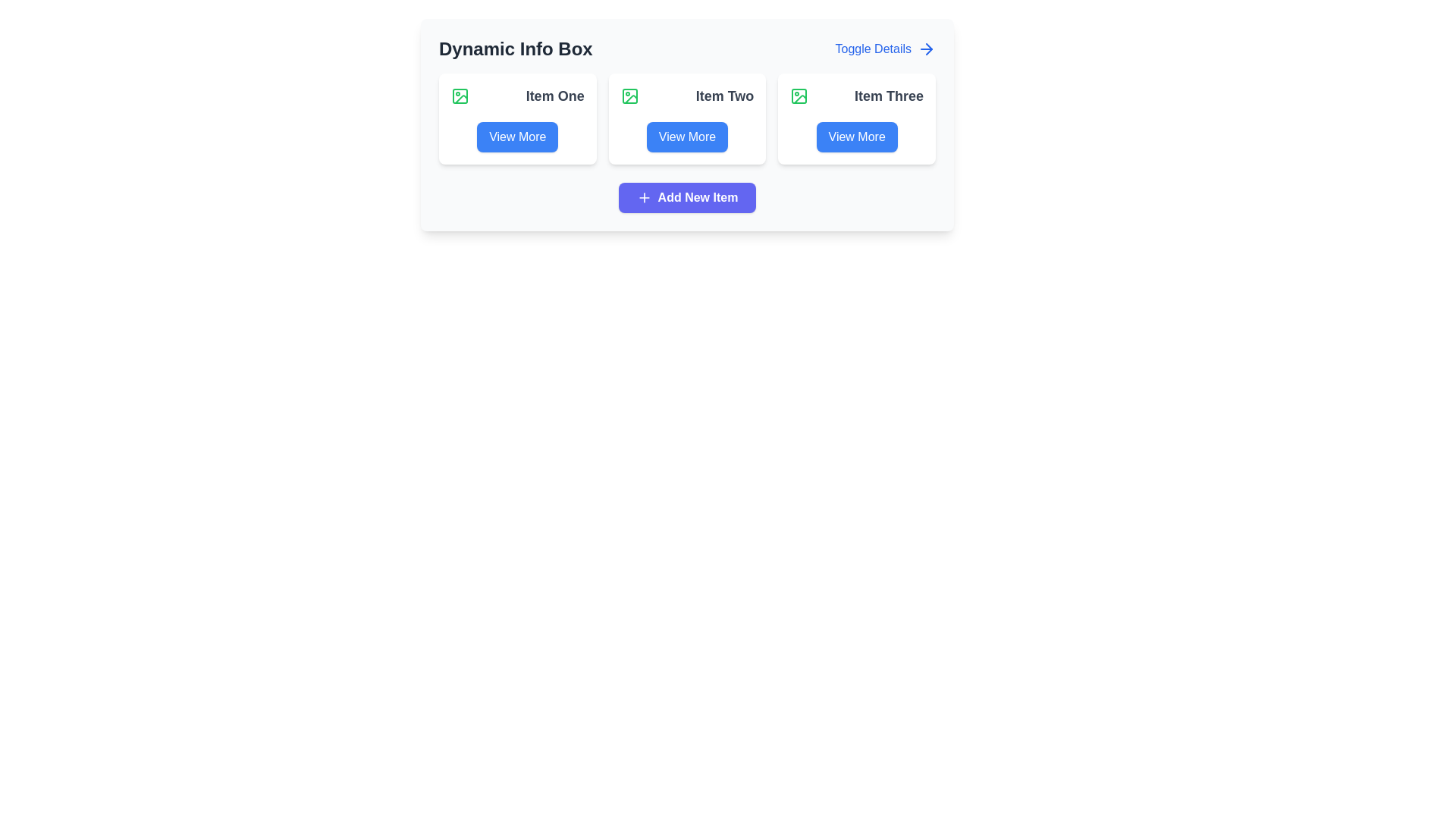 The width and height of the screenshot is (1456, 819). I want to click on the visual representation of the SVG rectangle with rounded corners located in the 'Item One' card, positioned near the top-left corner of the card, so click(459, 96).